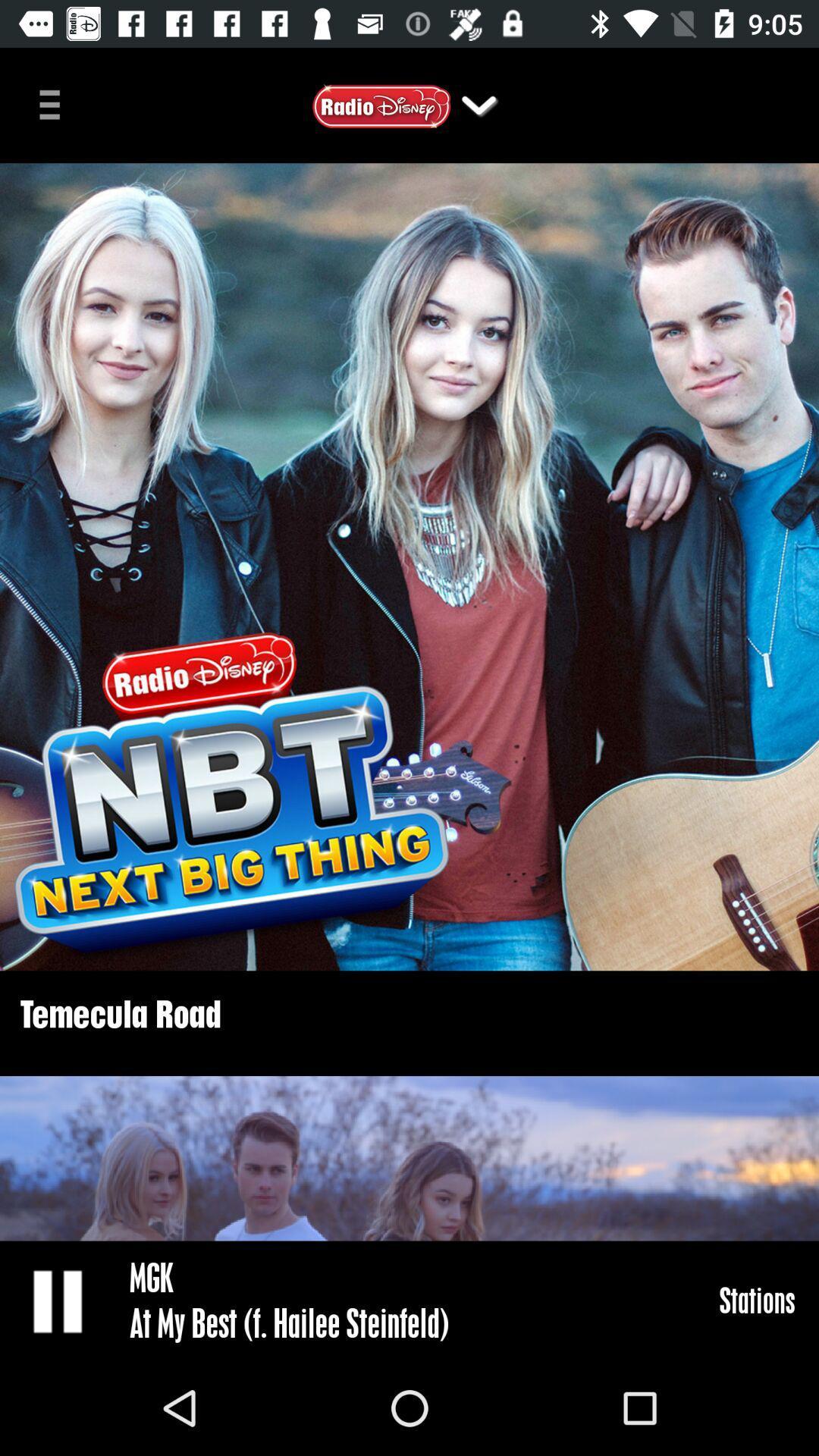  Describe the element at coordinates (58, 1300) in the screenshot. I see `icon next to the mgk` at that location.